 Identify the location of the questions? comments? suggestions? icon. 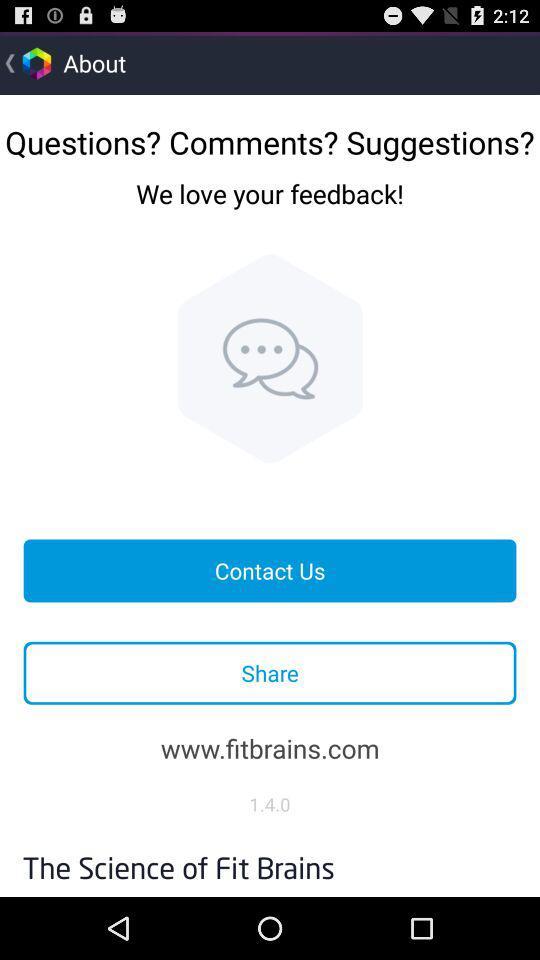
(270, 134).